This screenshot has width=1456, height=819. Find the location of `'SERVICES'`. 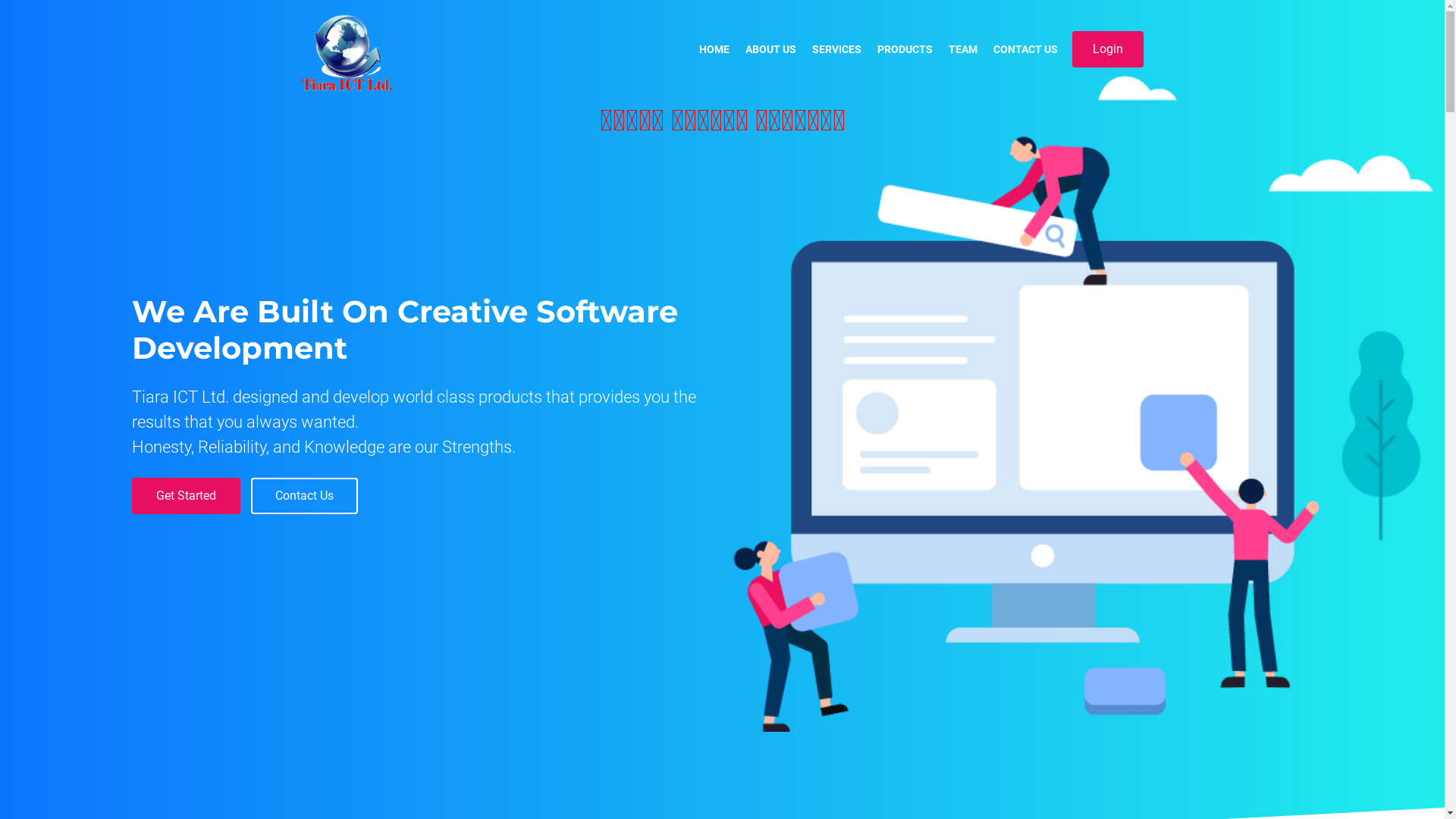

'SERVICES' is located at coordinates (835, 49).